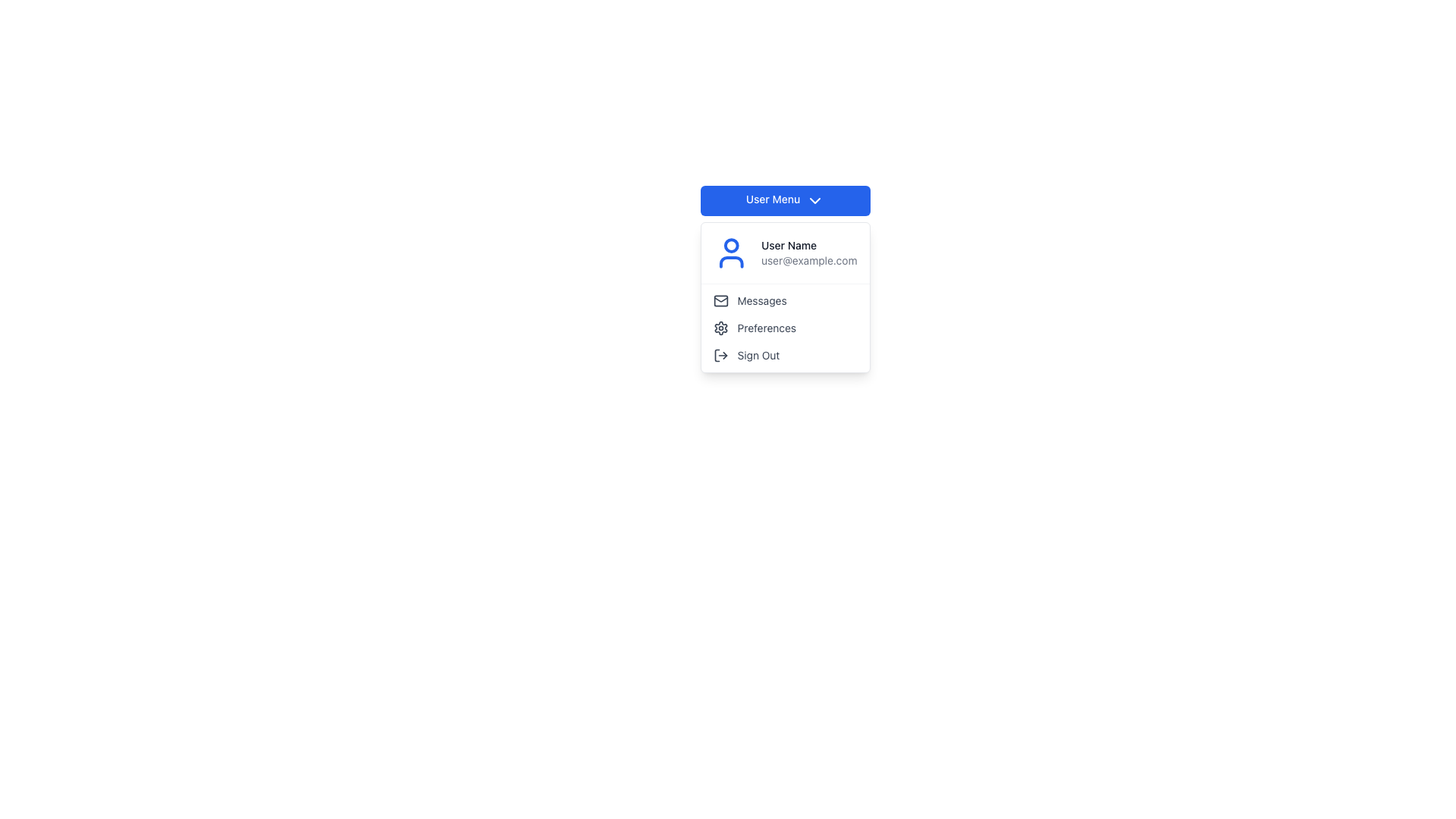 The height and width of the screenshot is (819, 1456). I want to click on the 'User Name' text label located within the dropdown menu, which is styled in dark gray and positioned above the email address text element, so click(808, 245).